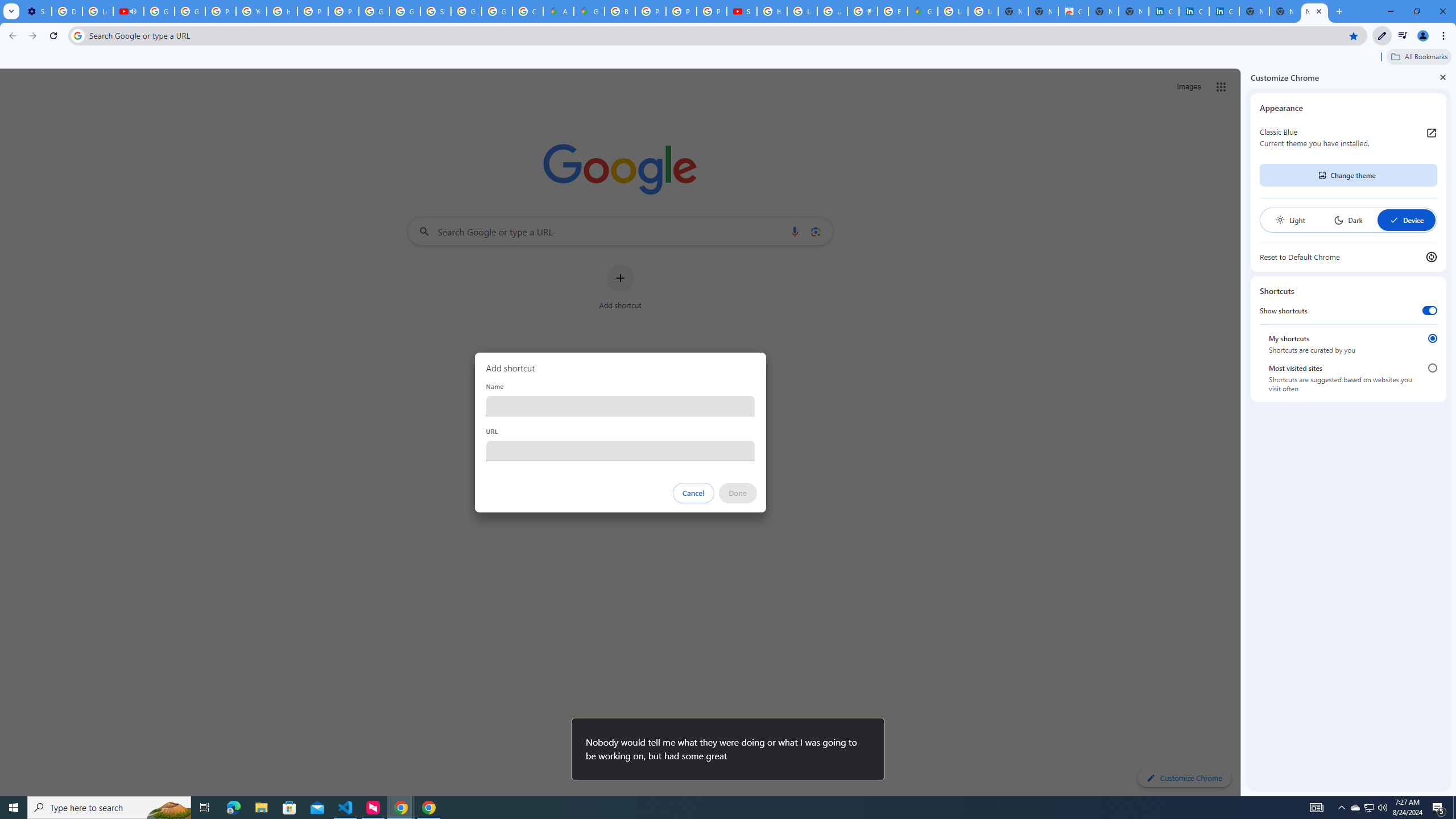 The height and width of the screenshot is (819, 1456). Describe the element at coordinates (435, 11) in the screenshot. I see `'Sign in - Google Accounts'` at that location.